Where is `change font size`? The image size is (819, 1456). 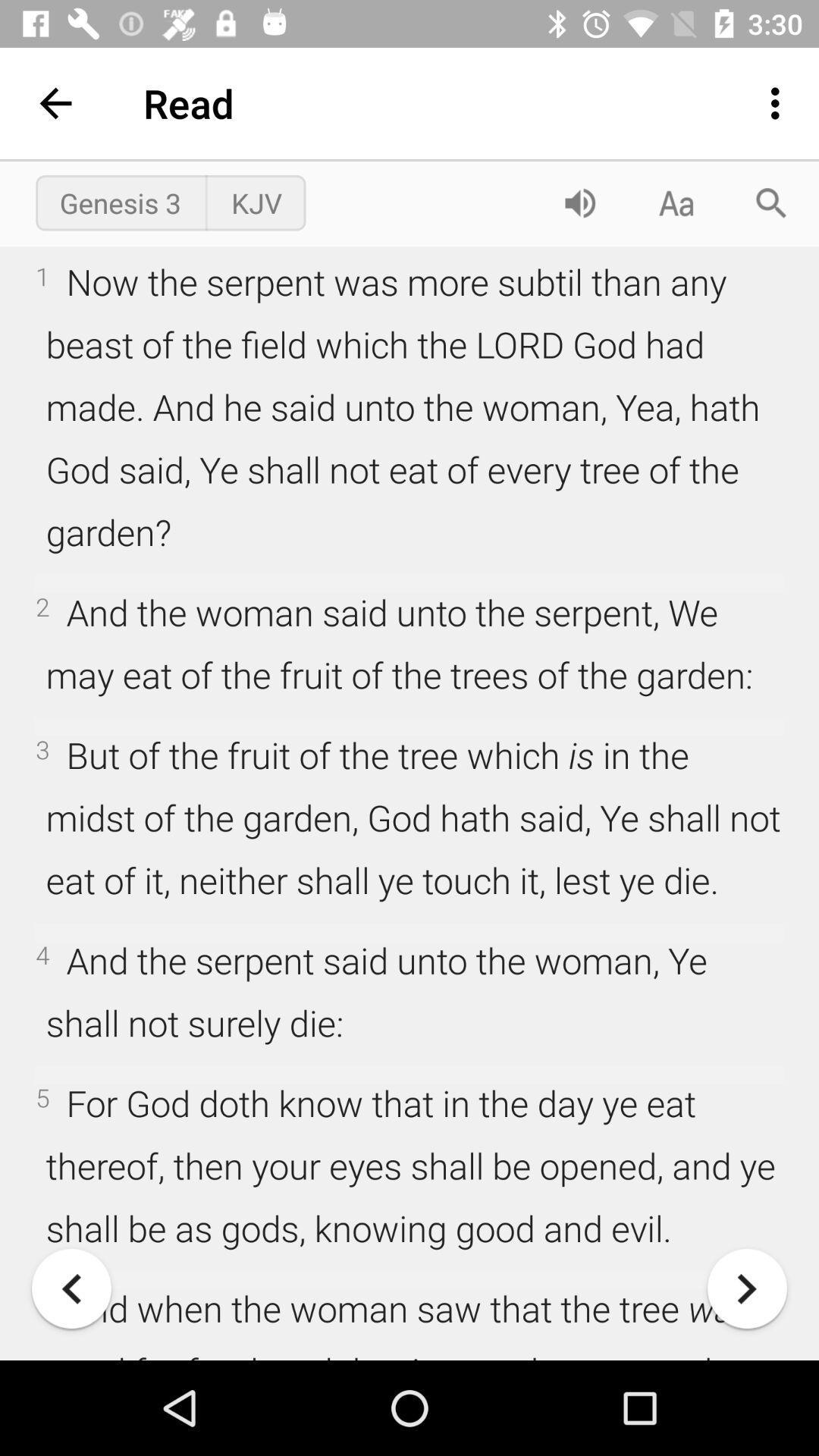 change font size is located at coordinates (675, 202).